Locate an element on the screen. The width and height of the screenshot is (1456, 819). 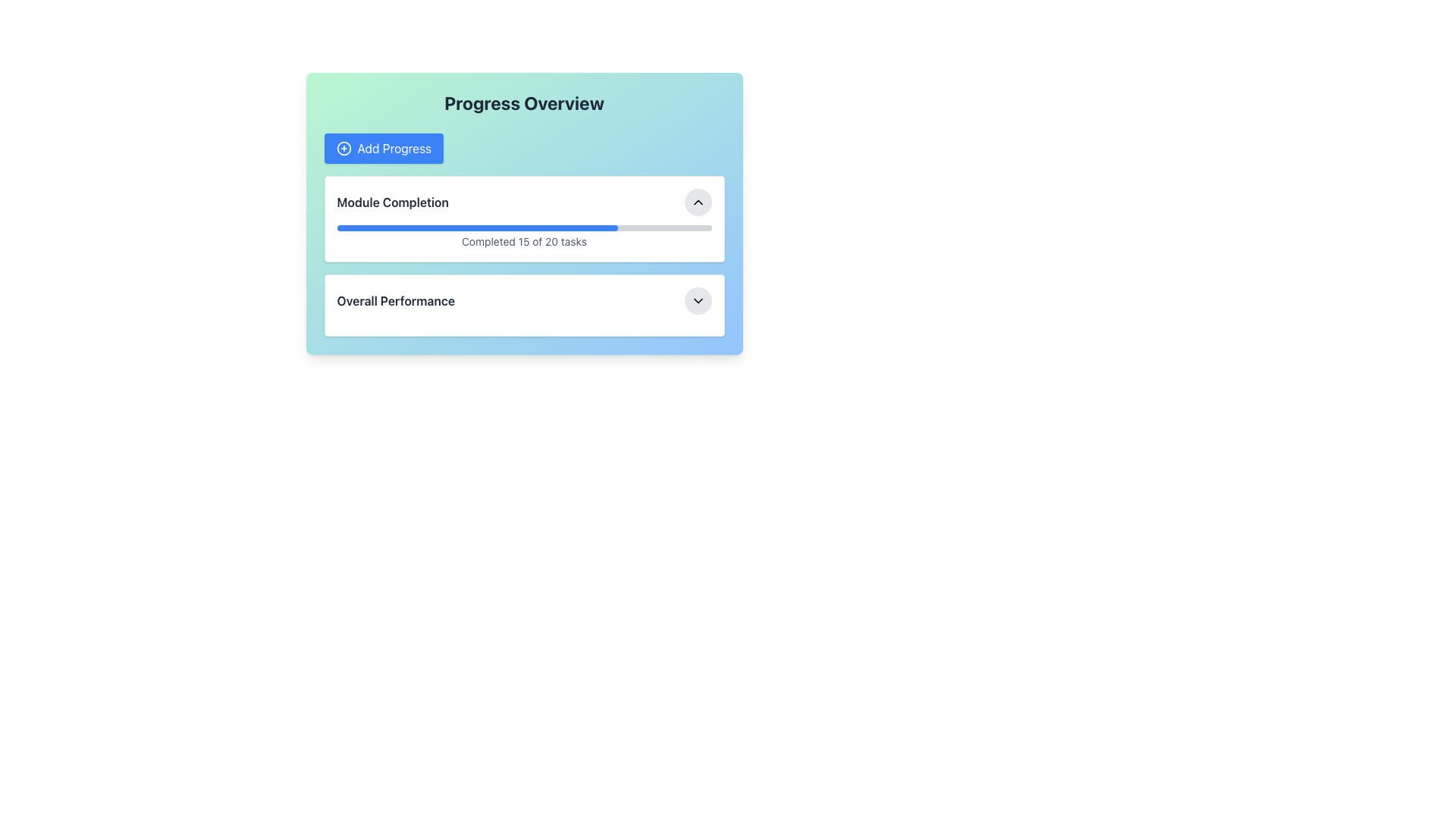
the text label displaying task completion status, which reads 'Completed 15 of 20 tasks', located below the progress bar in the 'Module Completion' section of the performance dashboard is located at coordinates (524, 241).